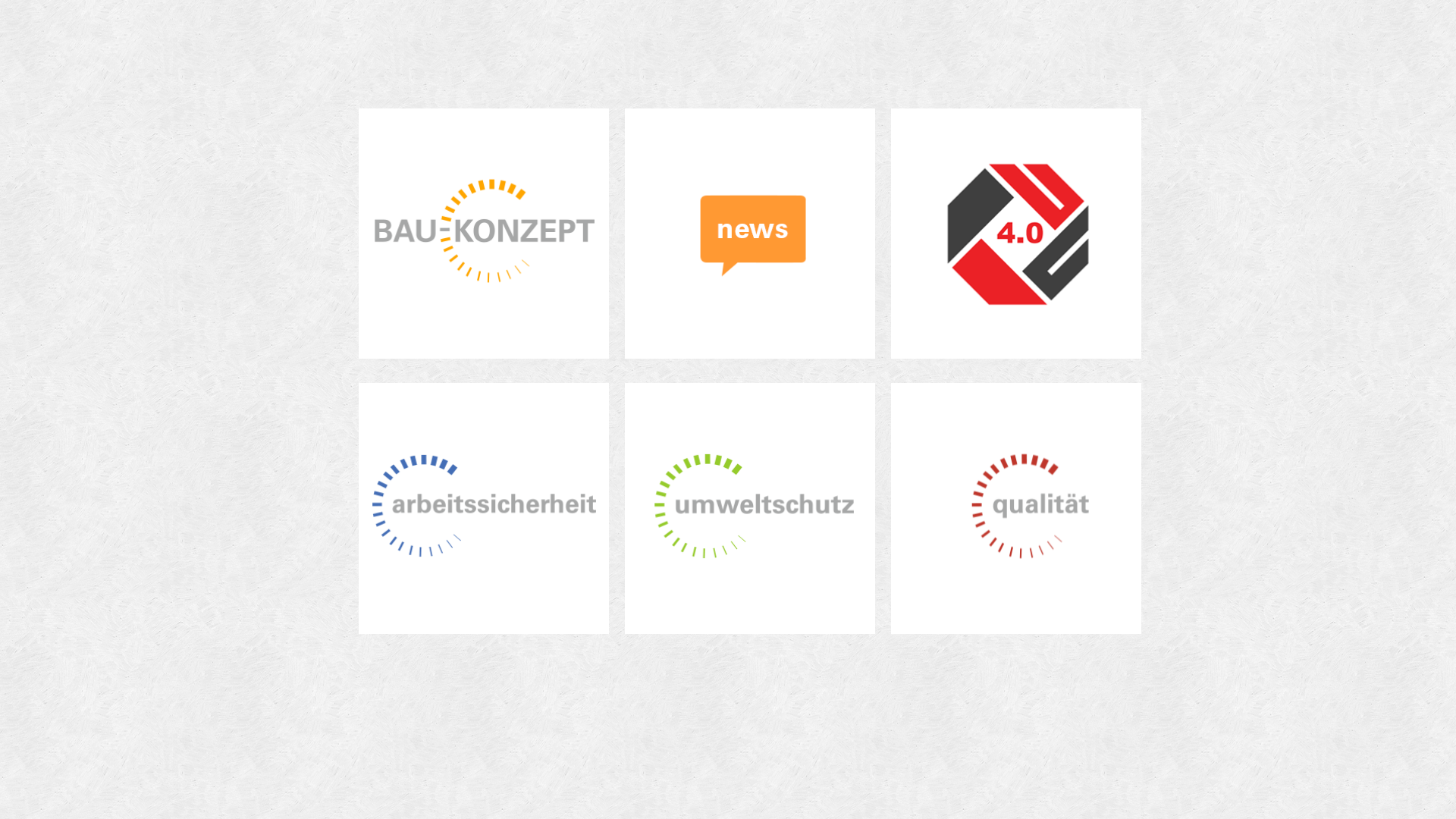 The image size is (1456, 819). Describe the element at coordinates (1015, 233) in the screenshot. I see `'Zur swiss STRATEGIE Seite'` at that location.